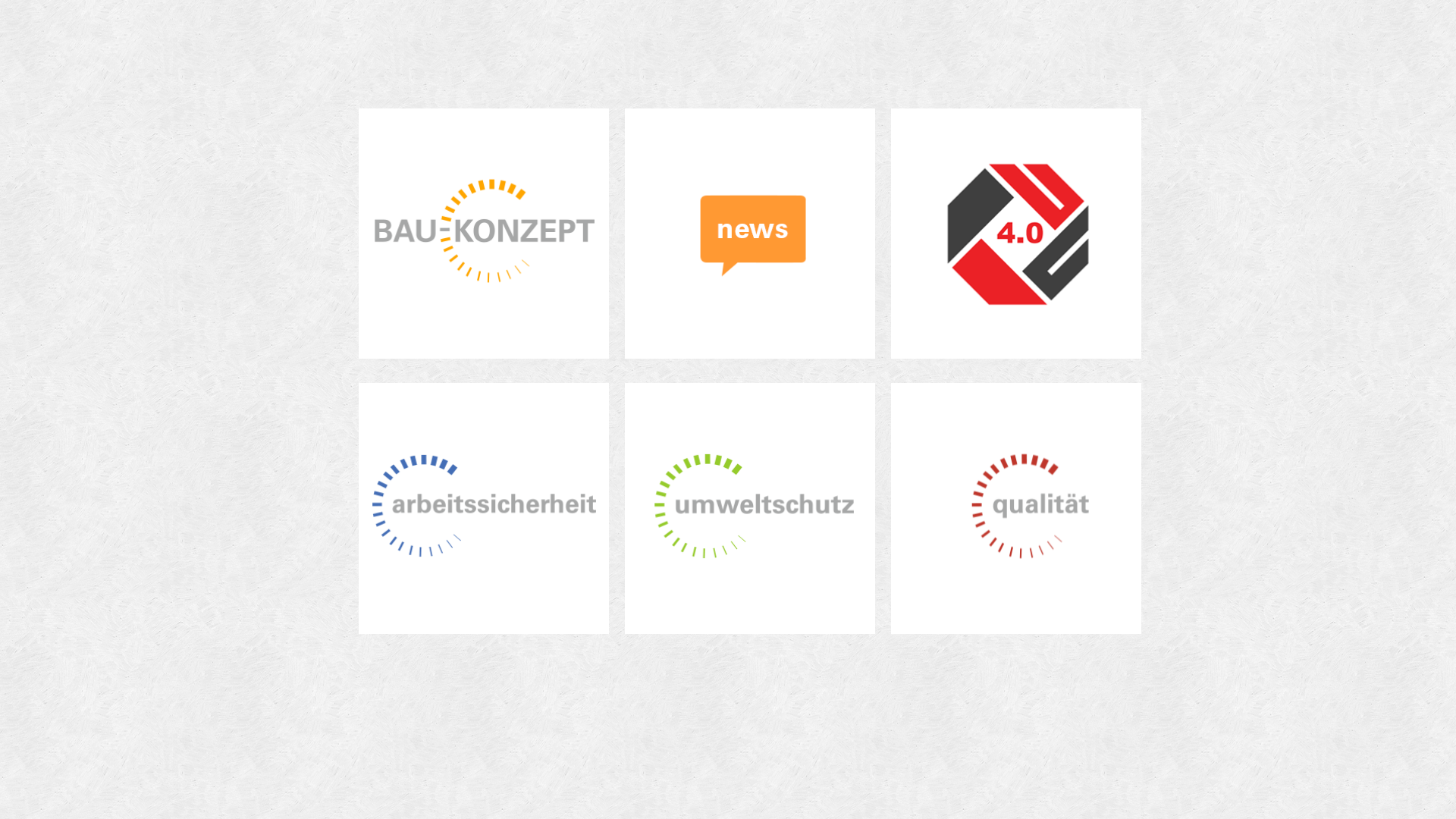 The image size is (1456, 819). Describe the element at coordinates (1015, 233) in the screenshot. I see `'Zur swiss STRATEGIE Seite'` at that location.